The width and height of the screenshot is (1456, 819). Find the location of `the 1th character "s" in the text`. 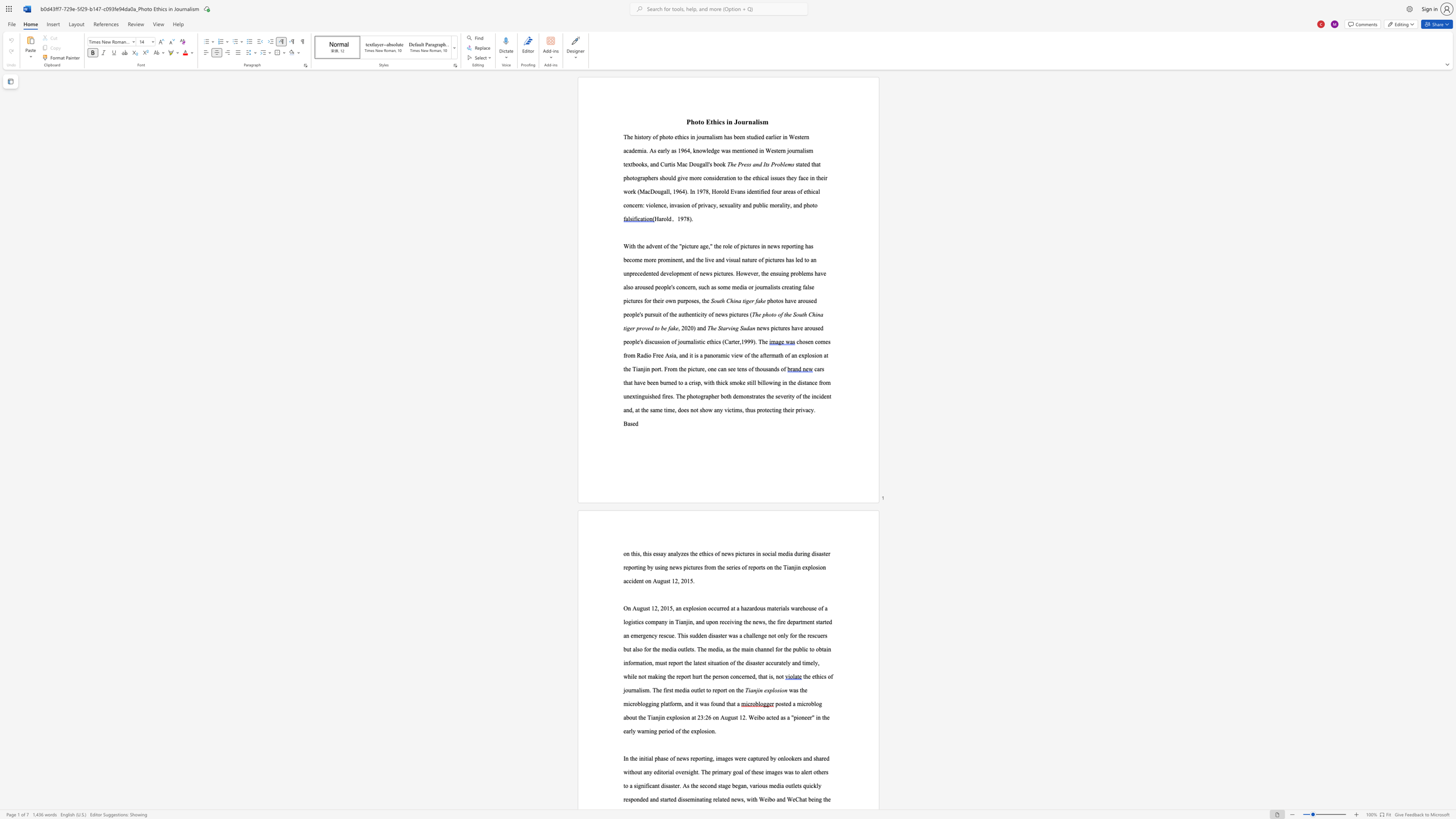

the 1th character "s" in the text is located at coordinates (744, 190).